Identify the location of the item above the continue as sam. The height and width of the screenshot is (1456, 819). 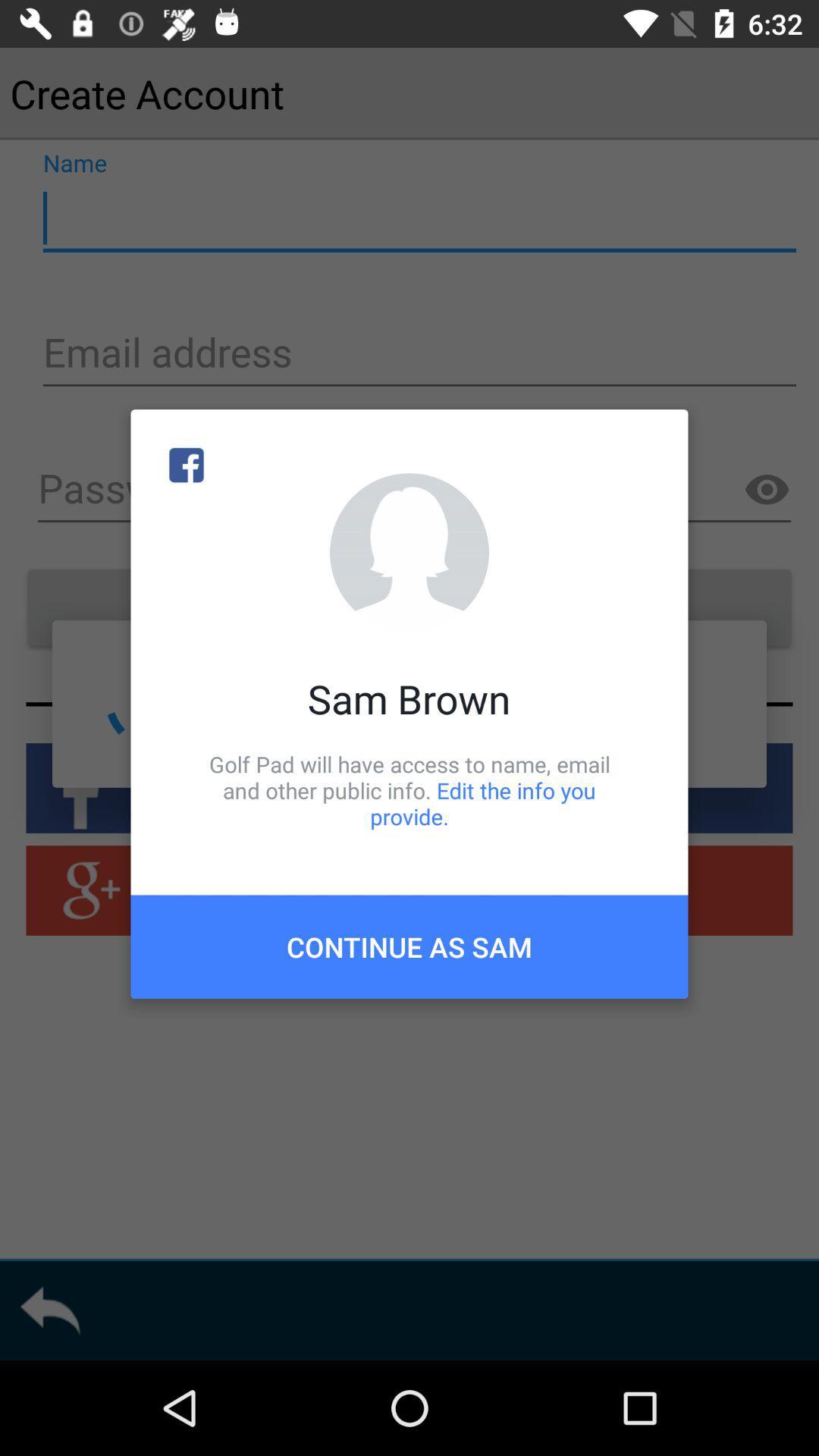
(409, 789).